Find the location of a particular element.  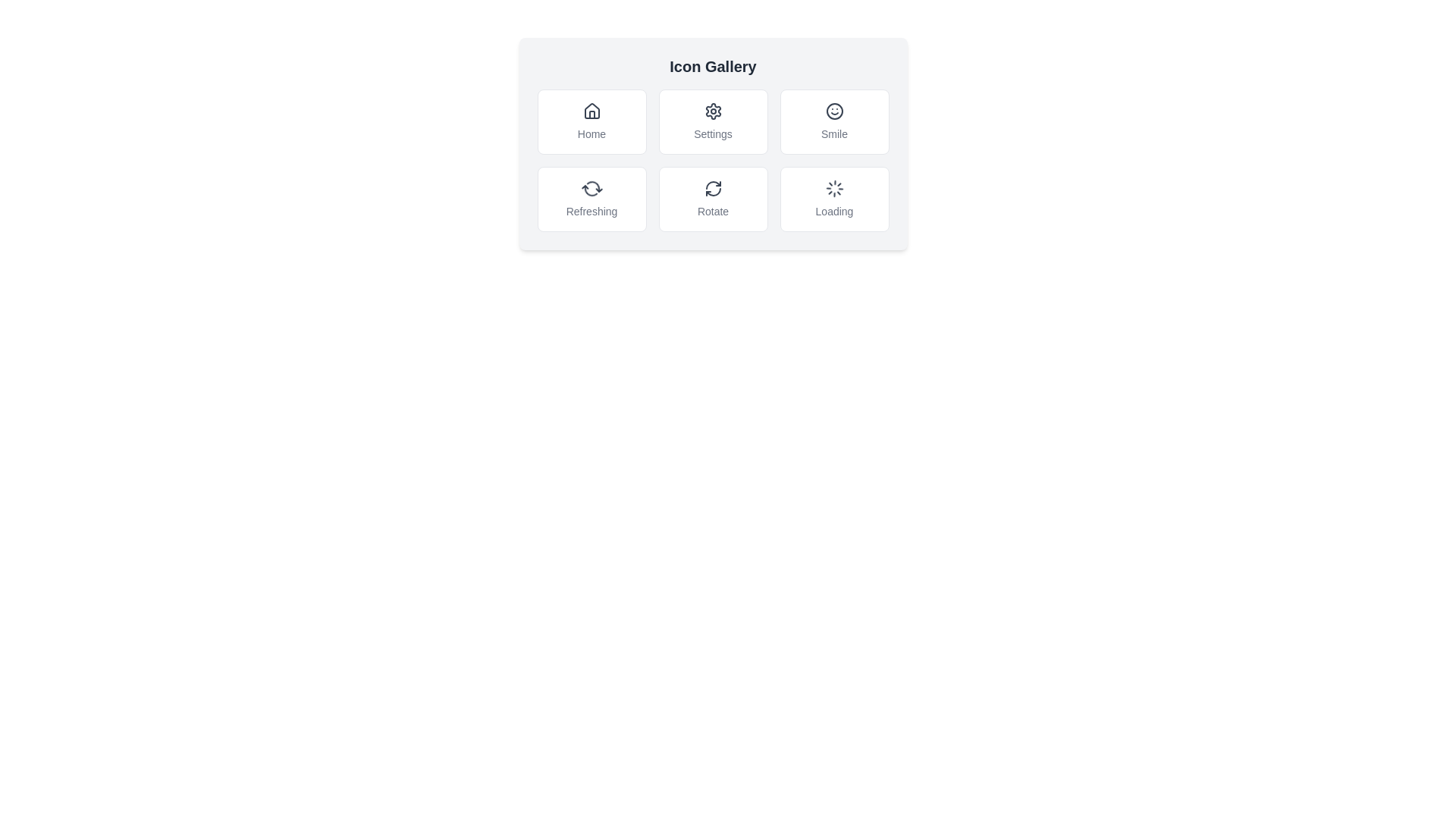

the 'Home' icon located in the upper-left corner of the grid layout under the 'Icon Gallery' heading is located at coordinates (591, 110).